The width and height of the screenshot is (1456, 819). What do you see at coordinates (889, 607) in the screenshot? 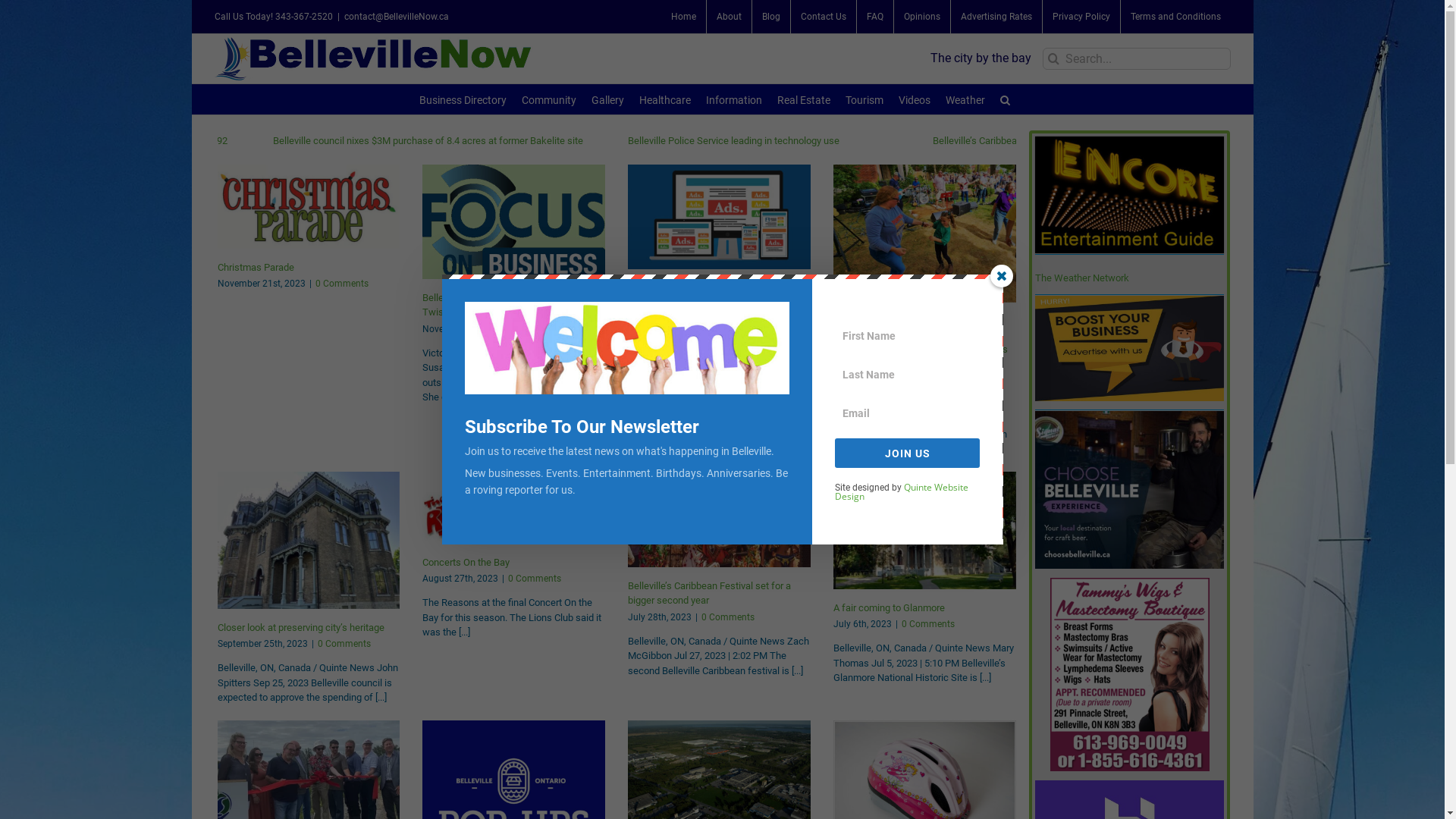
I see `'A fair coming to Glanmore'` at bounding box center [889, 607].